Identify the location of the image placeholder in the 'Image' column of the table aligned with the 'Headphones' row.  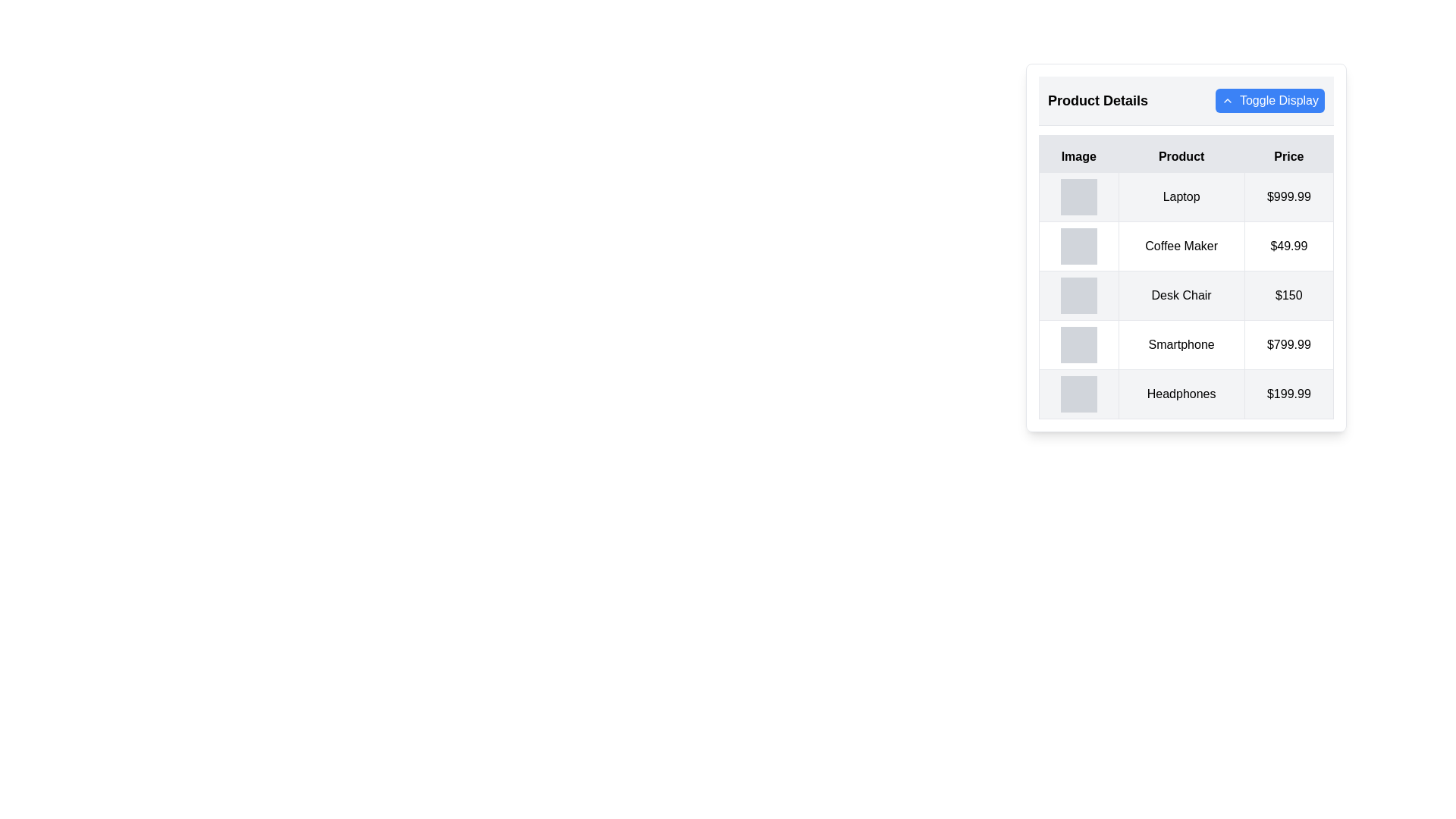
(1078, 394).